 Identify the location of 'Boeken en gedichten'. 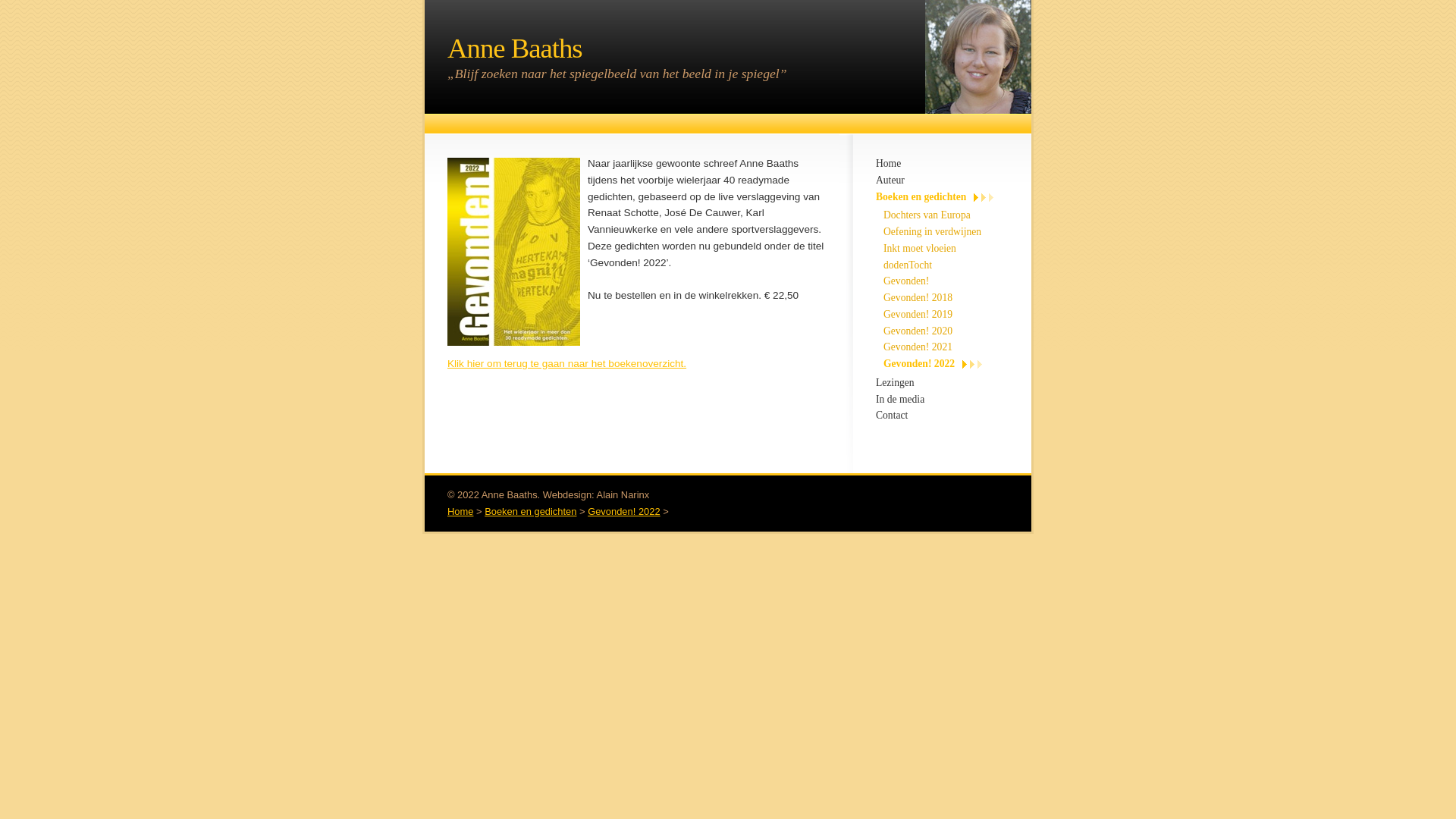
(530, 511).